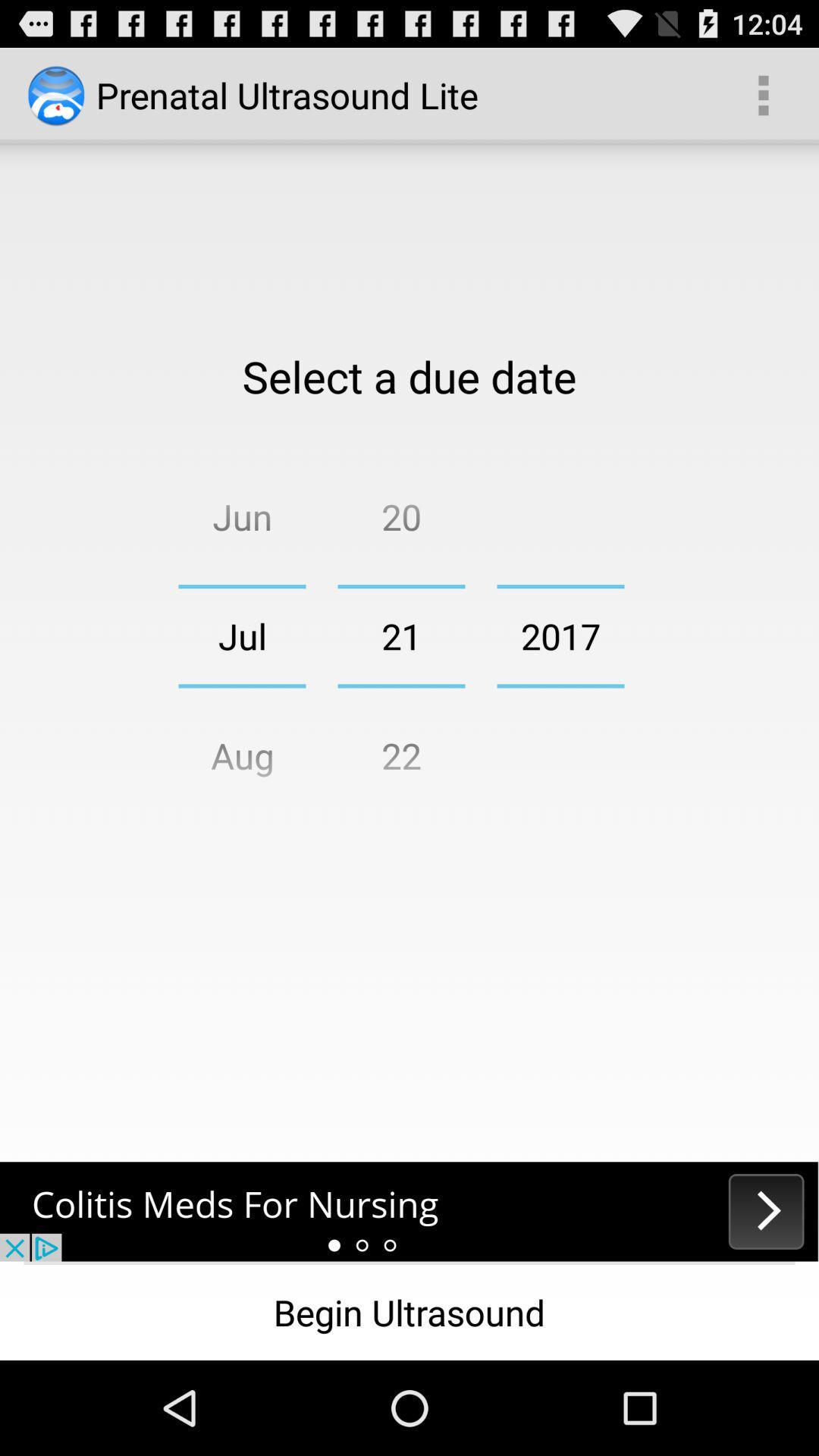 This screenshot has width=819, height=1456. What do you see at coordinates (409, 1210) in the screenshot?
I see `click arrow button` at bounding box center [409, 1210].